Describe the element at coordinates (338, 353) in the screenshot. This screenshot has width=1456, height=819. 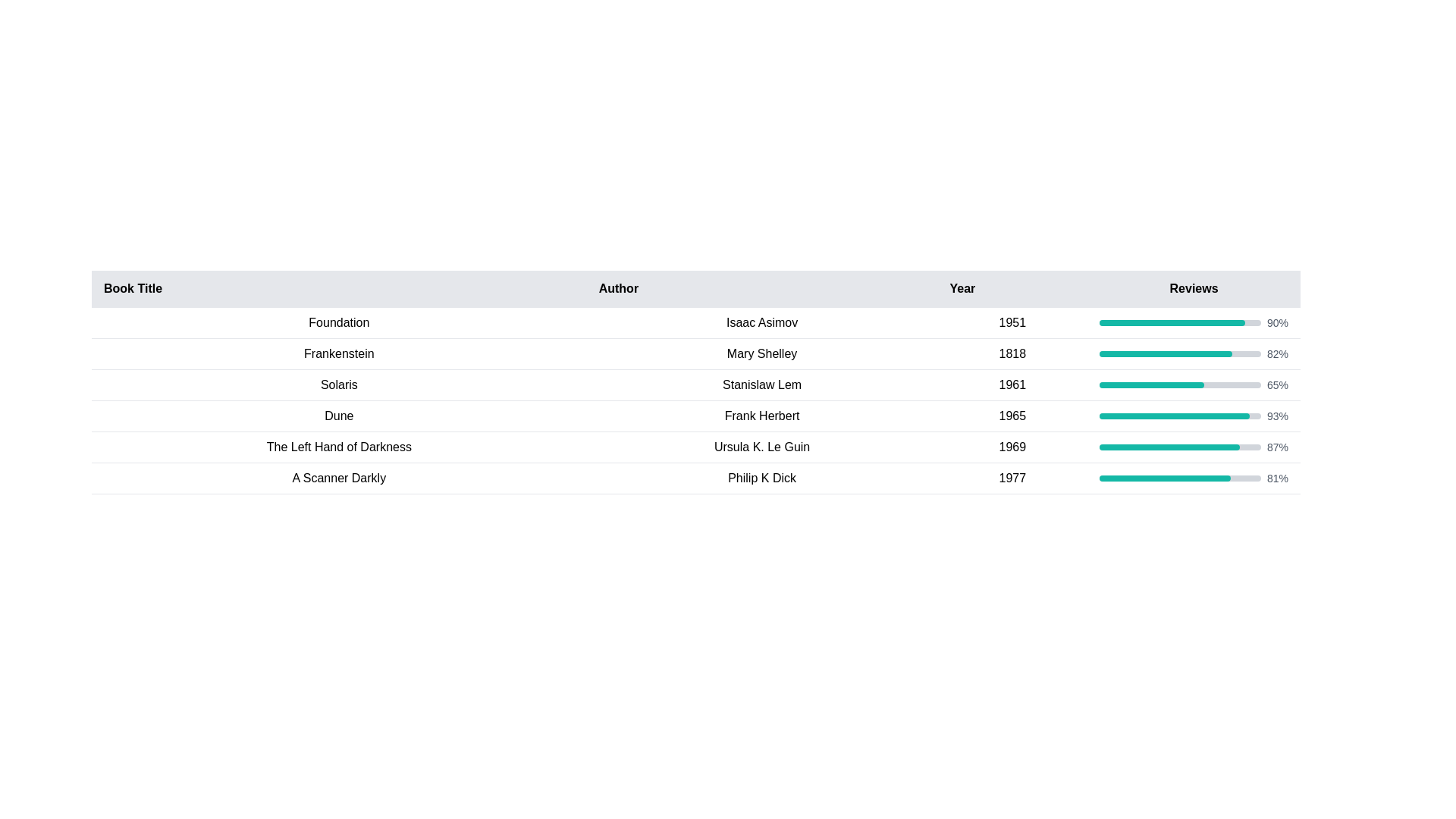
I see `the text element displaying 'Frankenstein' in the first column of the table under the 'Book Title' label` at that location.